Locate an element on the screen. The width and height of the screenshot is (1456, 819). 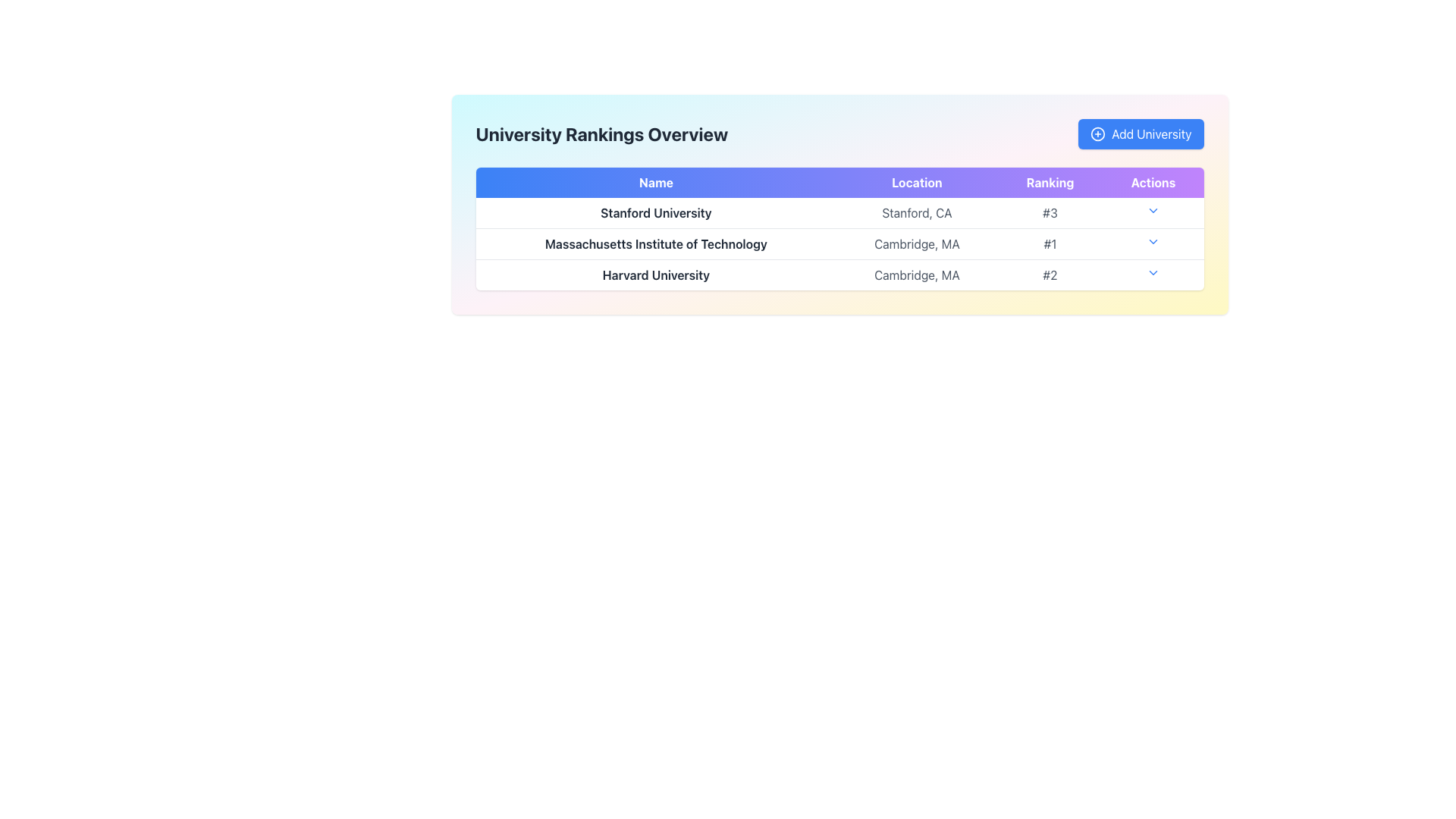
the text element displaying 'Cambridge, MA' located in the third row of the table, within the 'Location' column is located at coordinates (916, 275).